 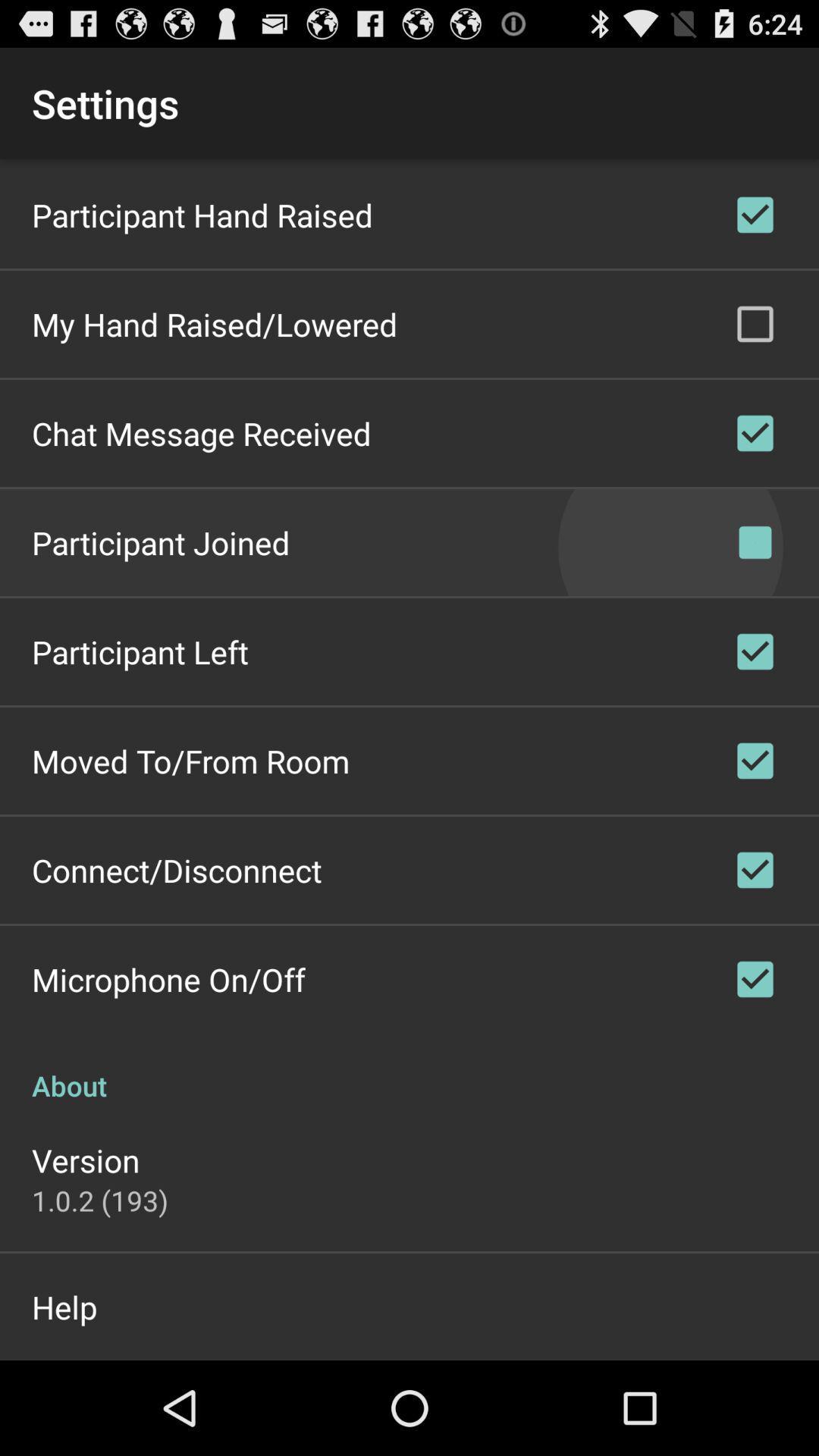 I want to click on the item above help app, so click(x=99, y=1200).